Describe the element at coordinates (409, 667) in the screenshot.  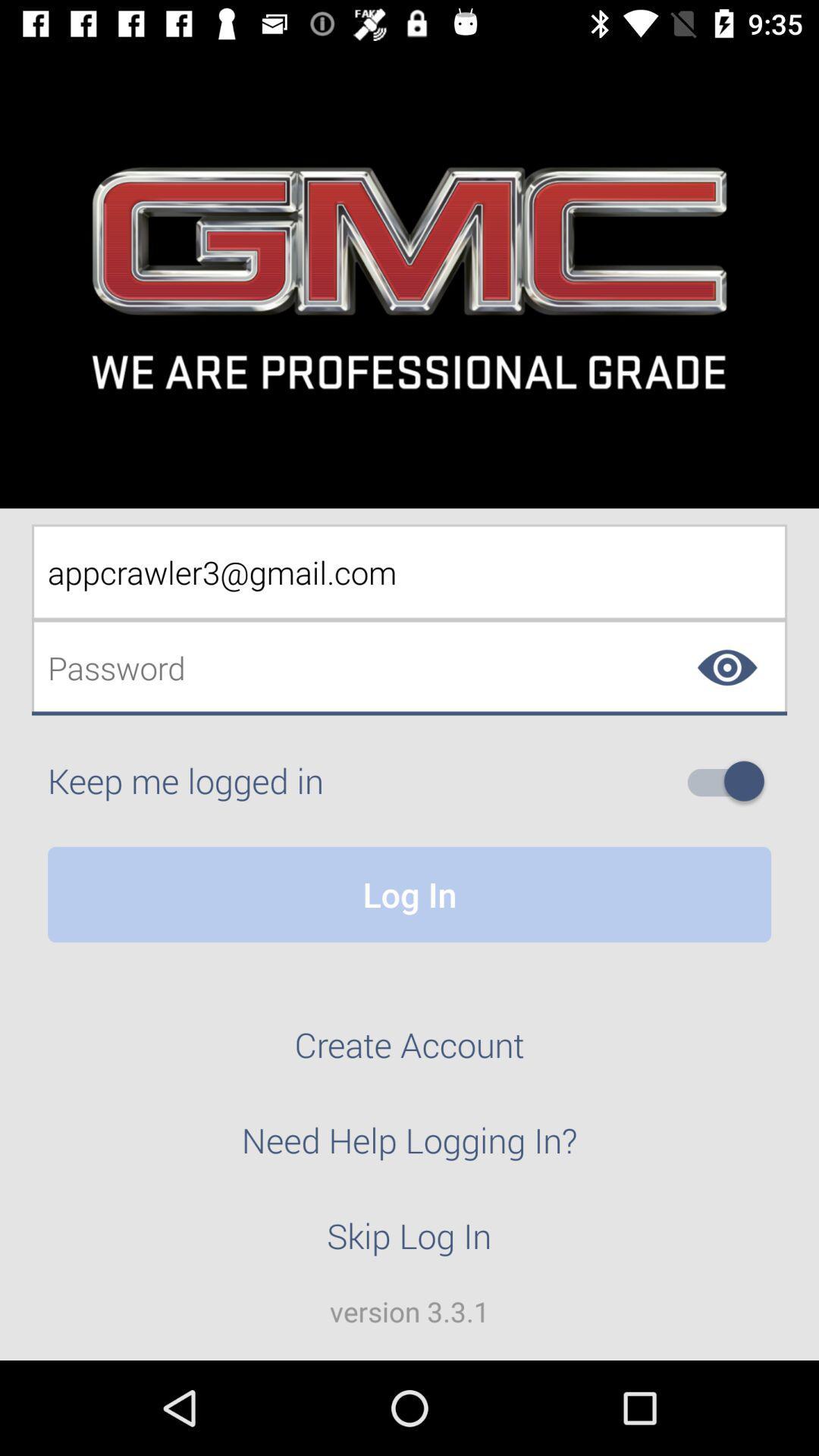
I see `password textbox` at that location.